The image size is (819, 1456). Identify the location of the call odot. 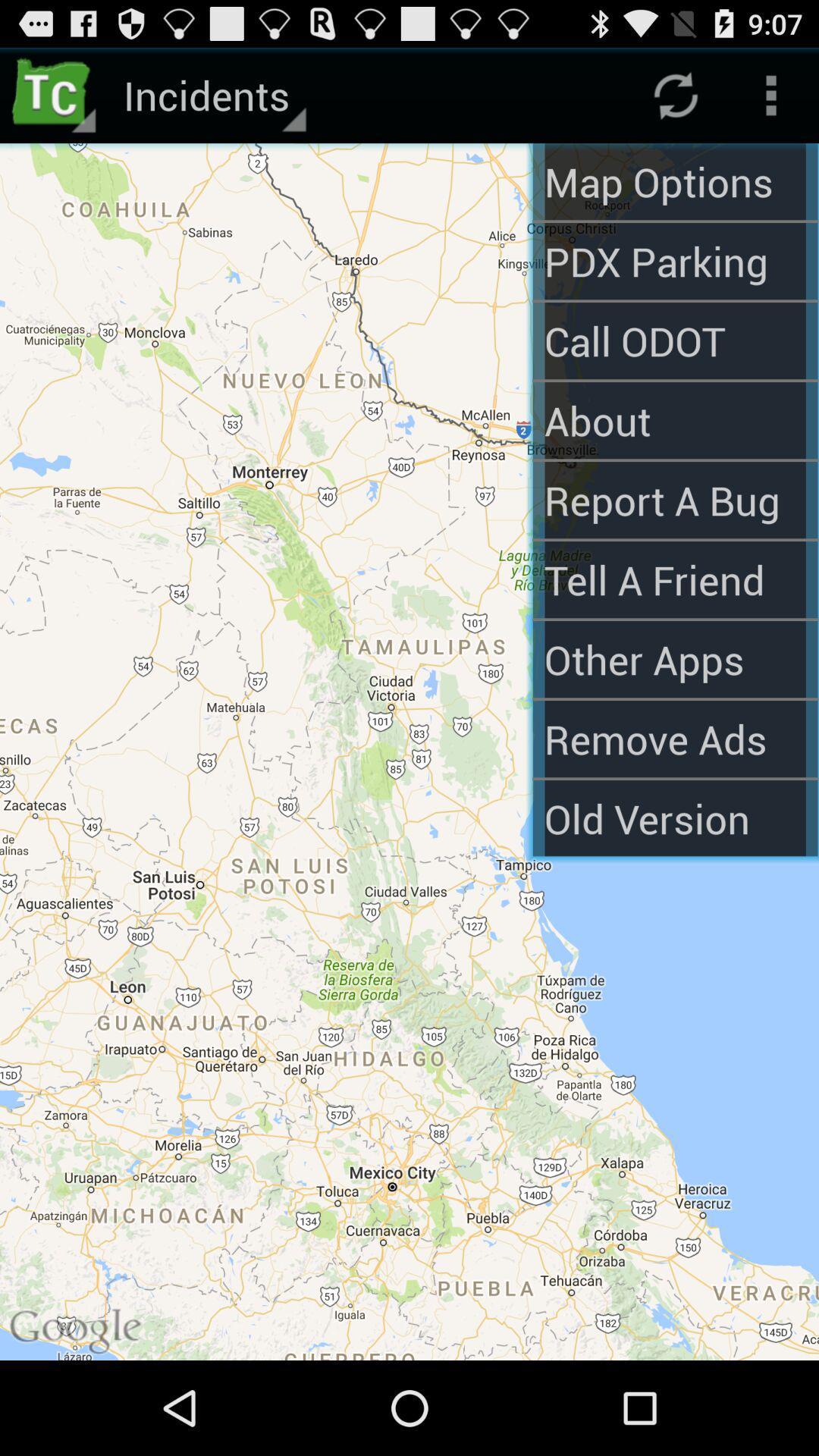
(674, 340).